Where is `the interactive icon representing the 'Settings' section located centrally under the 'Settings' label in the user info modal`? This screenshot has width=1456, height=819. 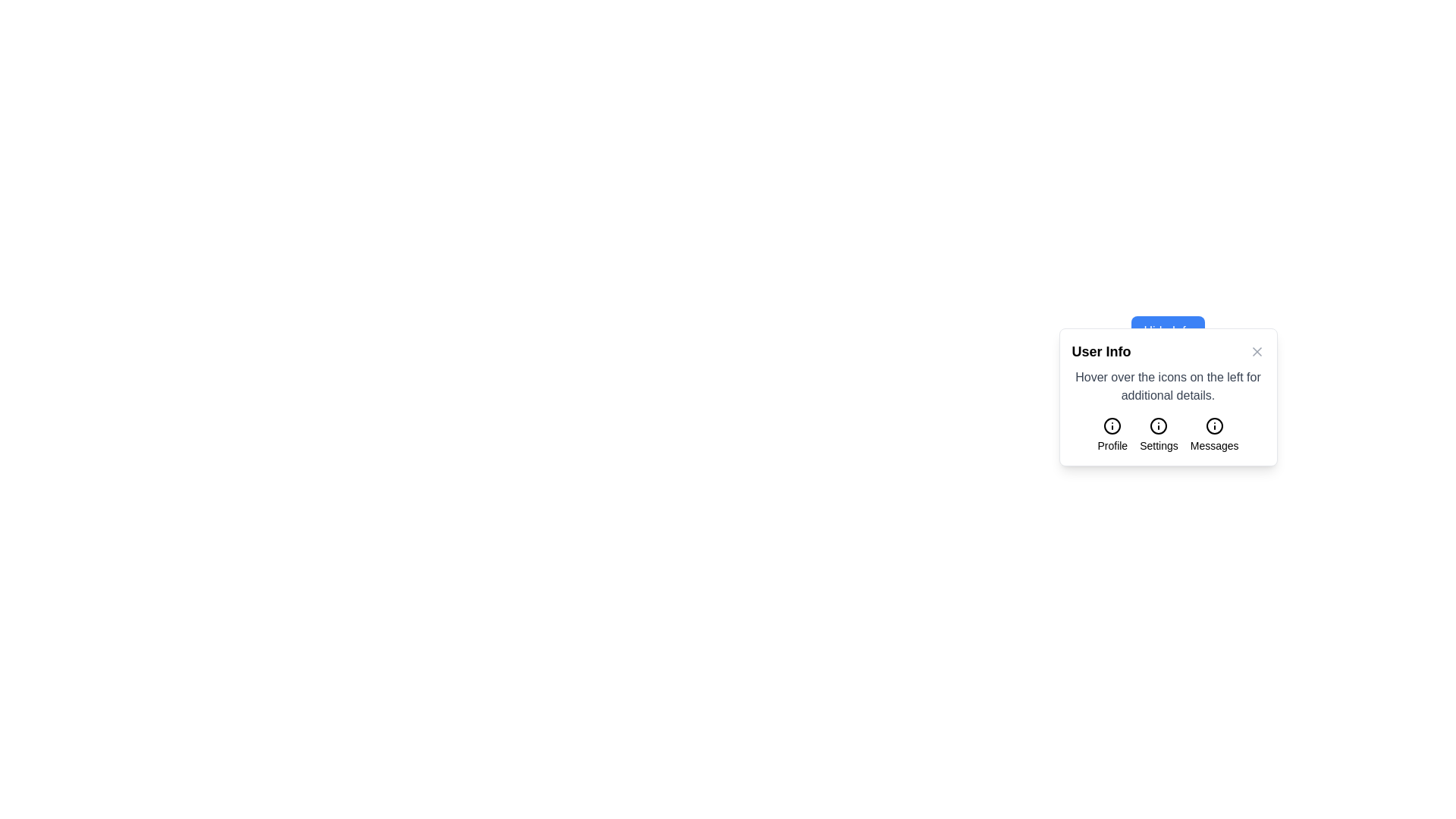 the interactive icon representing the 'Settings' section located centrally under the 'Settings' label in the user info modal is located at coordinates (1158, 426).